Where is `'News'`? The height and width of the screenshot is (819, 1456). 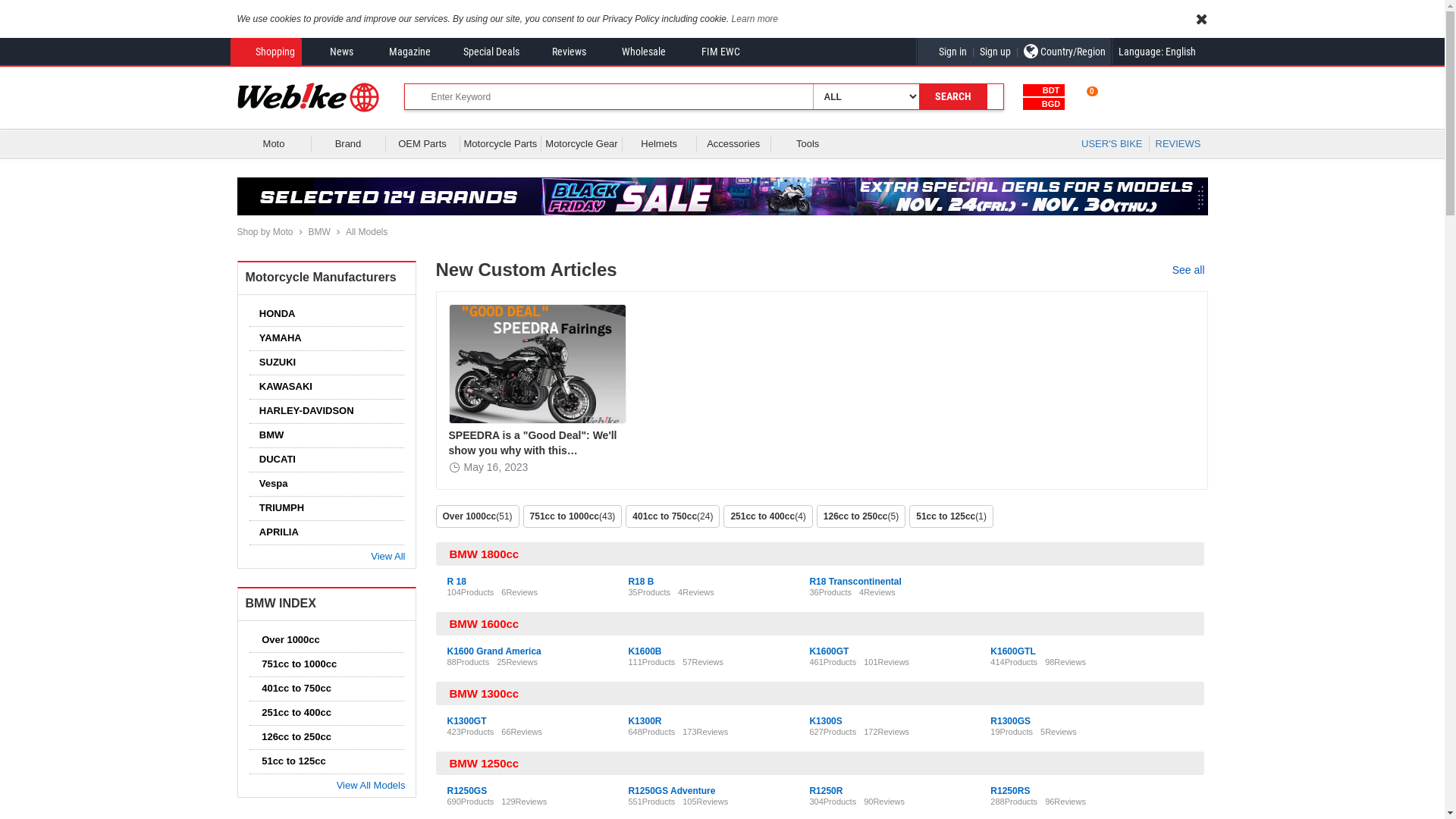
'News' is located at coordinates (330, 51).